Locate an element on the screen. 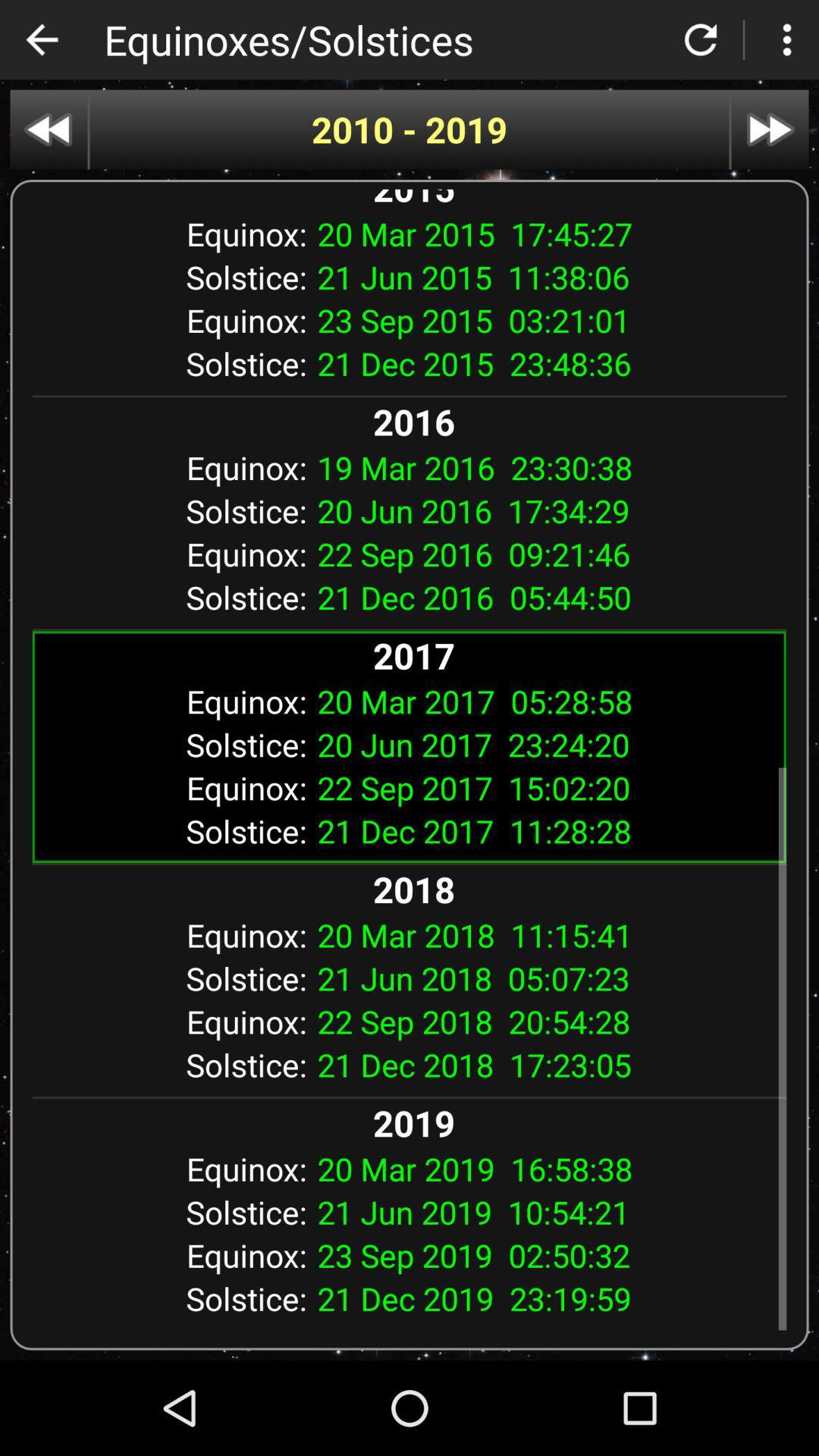  the more icon is located at coordinates (786, 39).